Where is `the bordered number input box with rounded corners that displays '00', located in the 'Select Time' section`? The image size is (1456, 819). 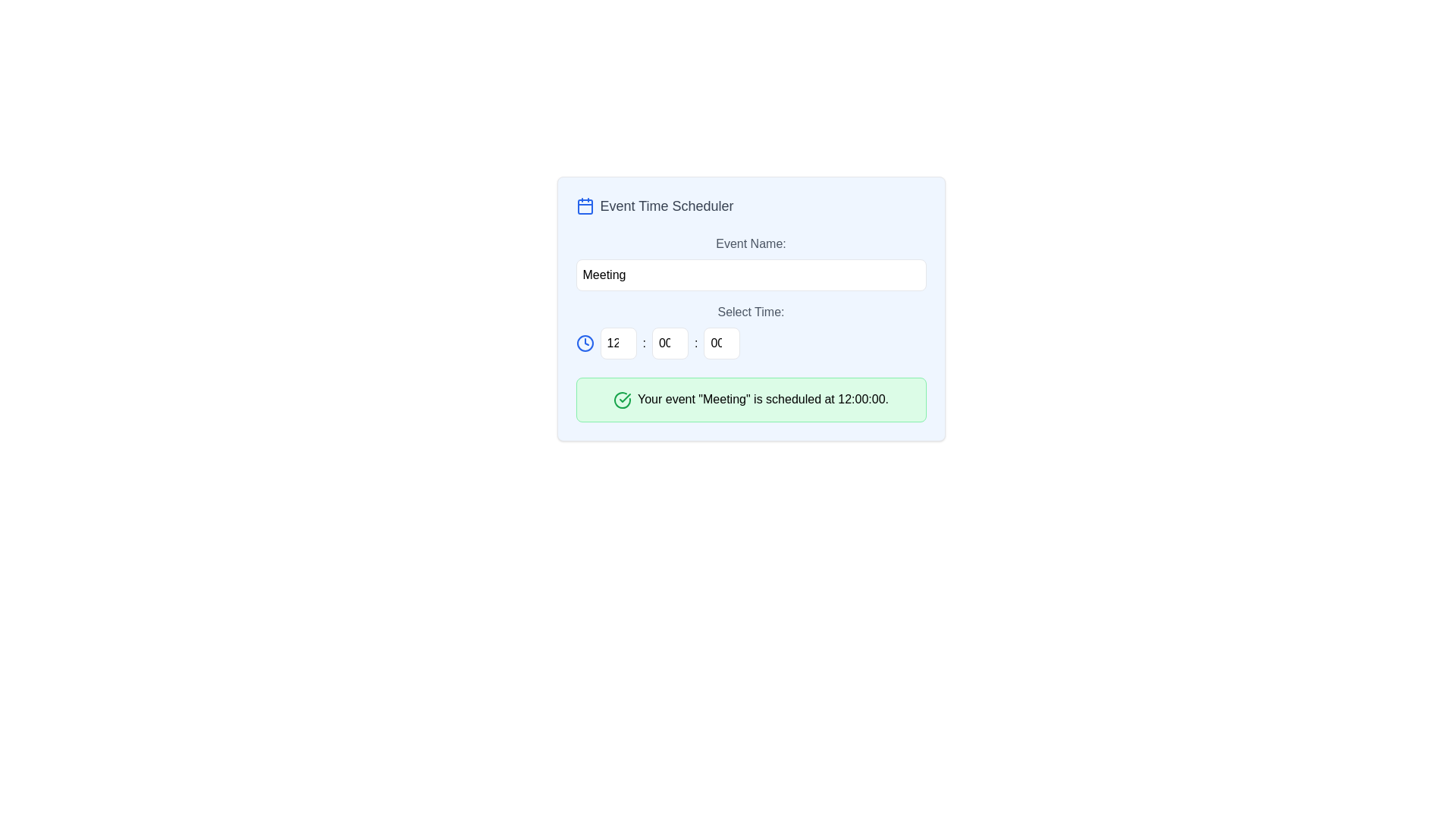 the bordered number input box with rounded corners that displays '00', located in the 'Select Time' section is located at coordinates (721, 343).